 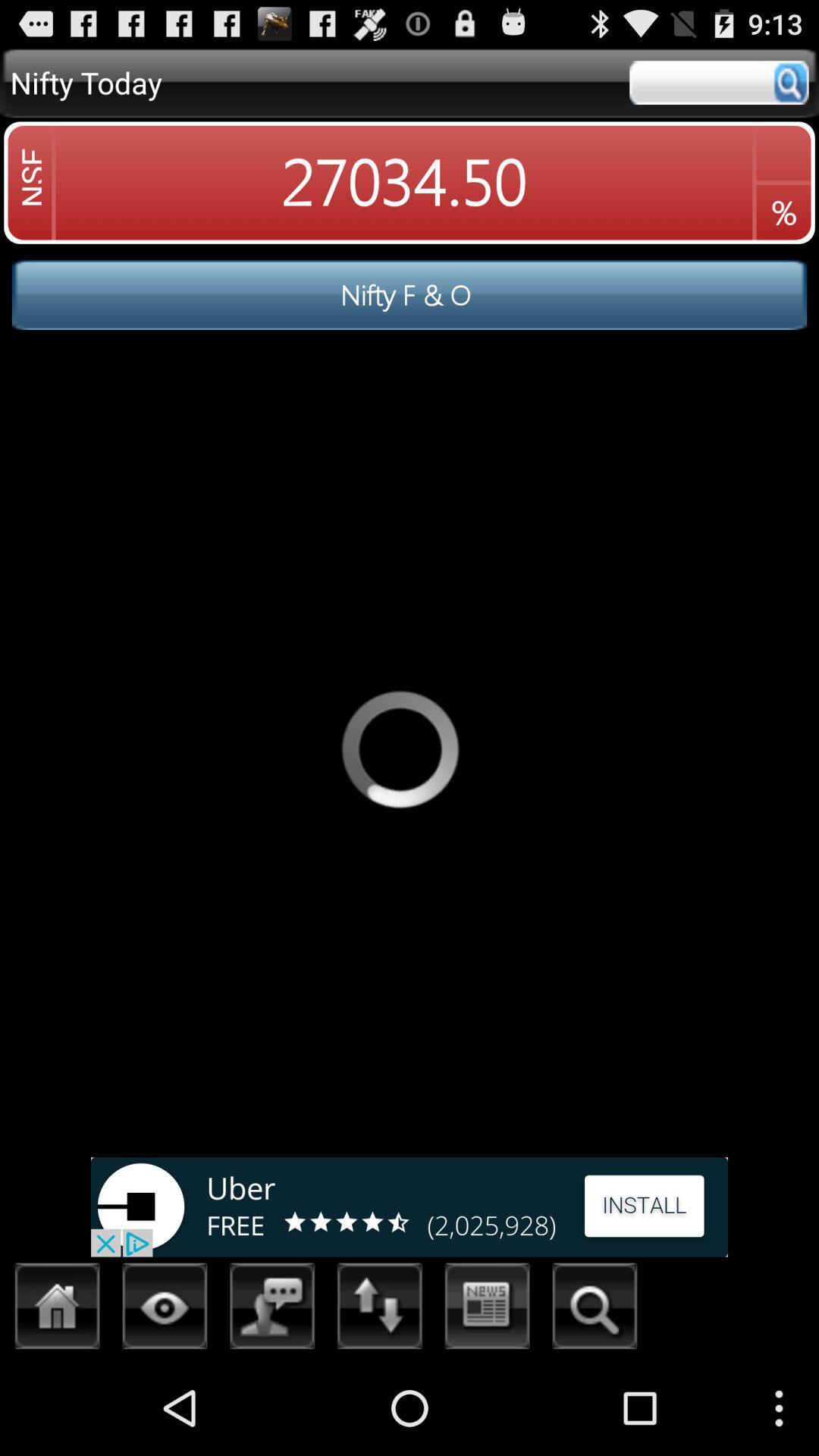 I want to click on search bar, so click(x=718, y=82).